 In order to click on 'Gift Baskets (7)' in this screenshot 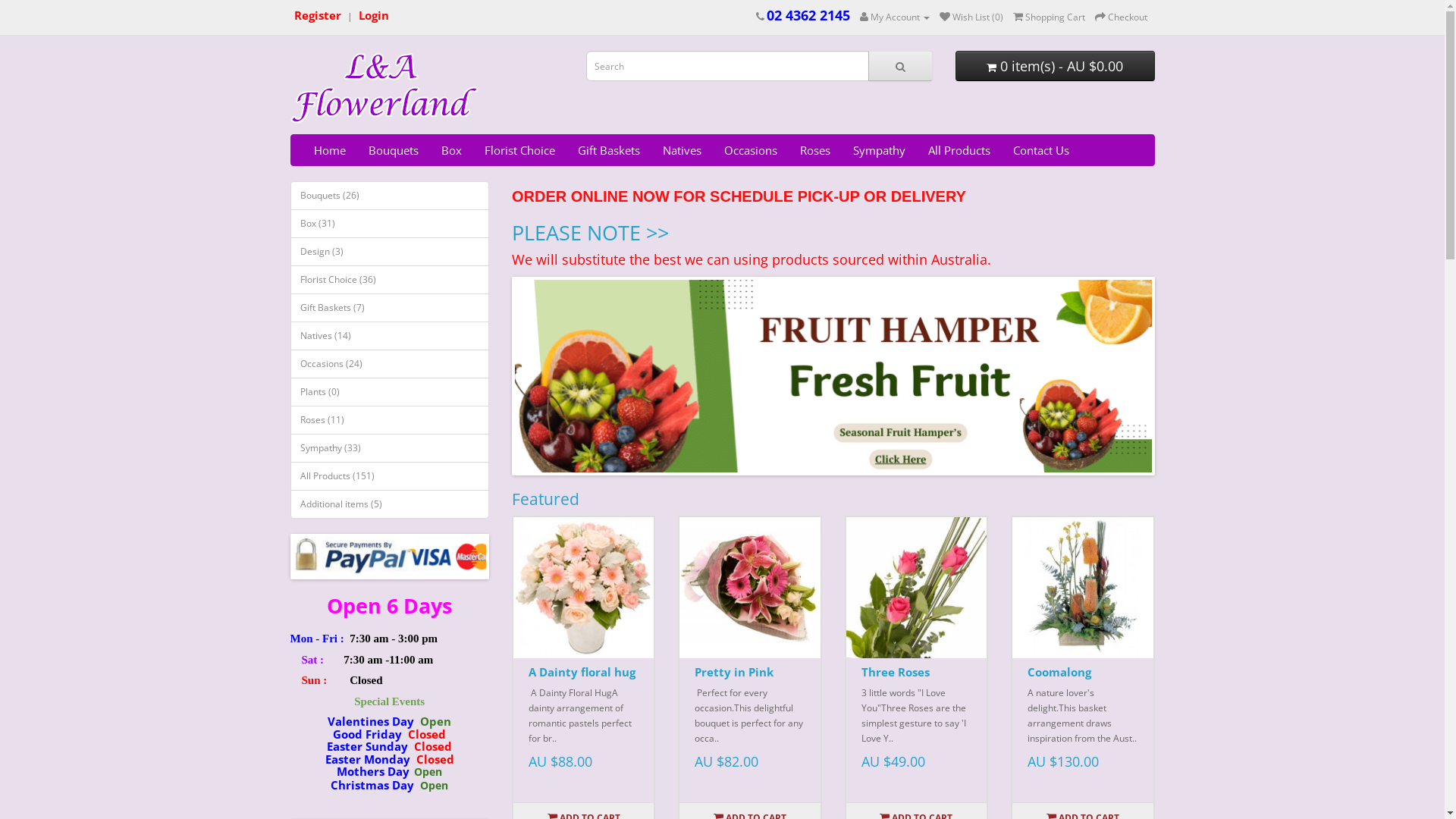, I will do `click(389, 307)`.